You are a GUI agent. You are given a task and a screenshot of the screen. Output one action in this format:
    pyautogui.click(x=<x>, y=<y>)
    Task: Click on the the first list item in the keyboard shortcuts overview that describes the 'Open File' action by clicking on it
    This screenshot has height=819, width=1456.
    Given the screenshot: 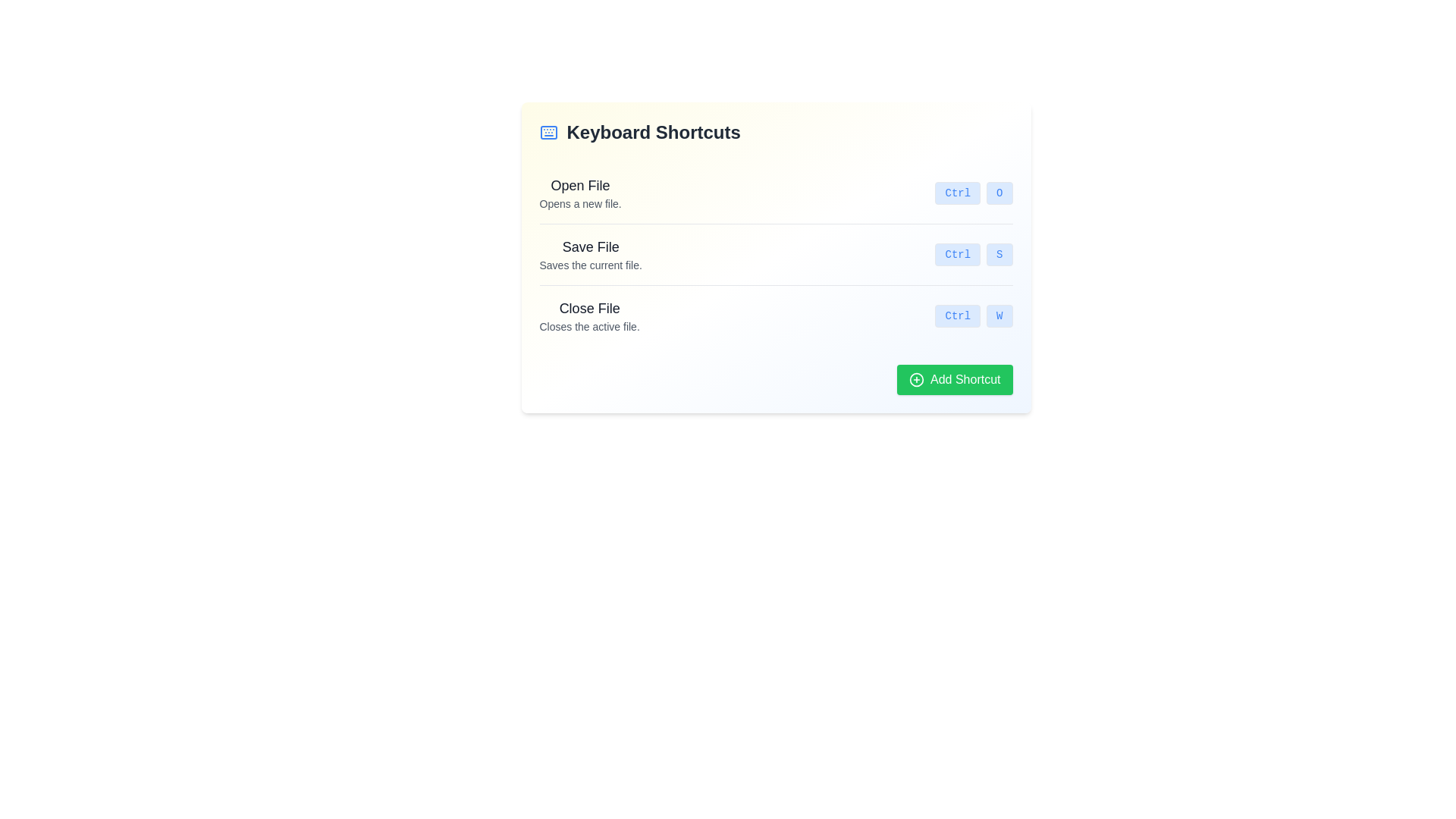 What is the action you would take?
    pyautogui.click(x=776, y=192)
    